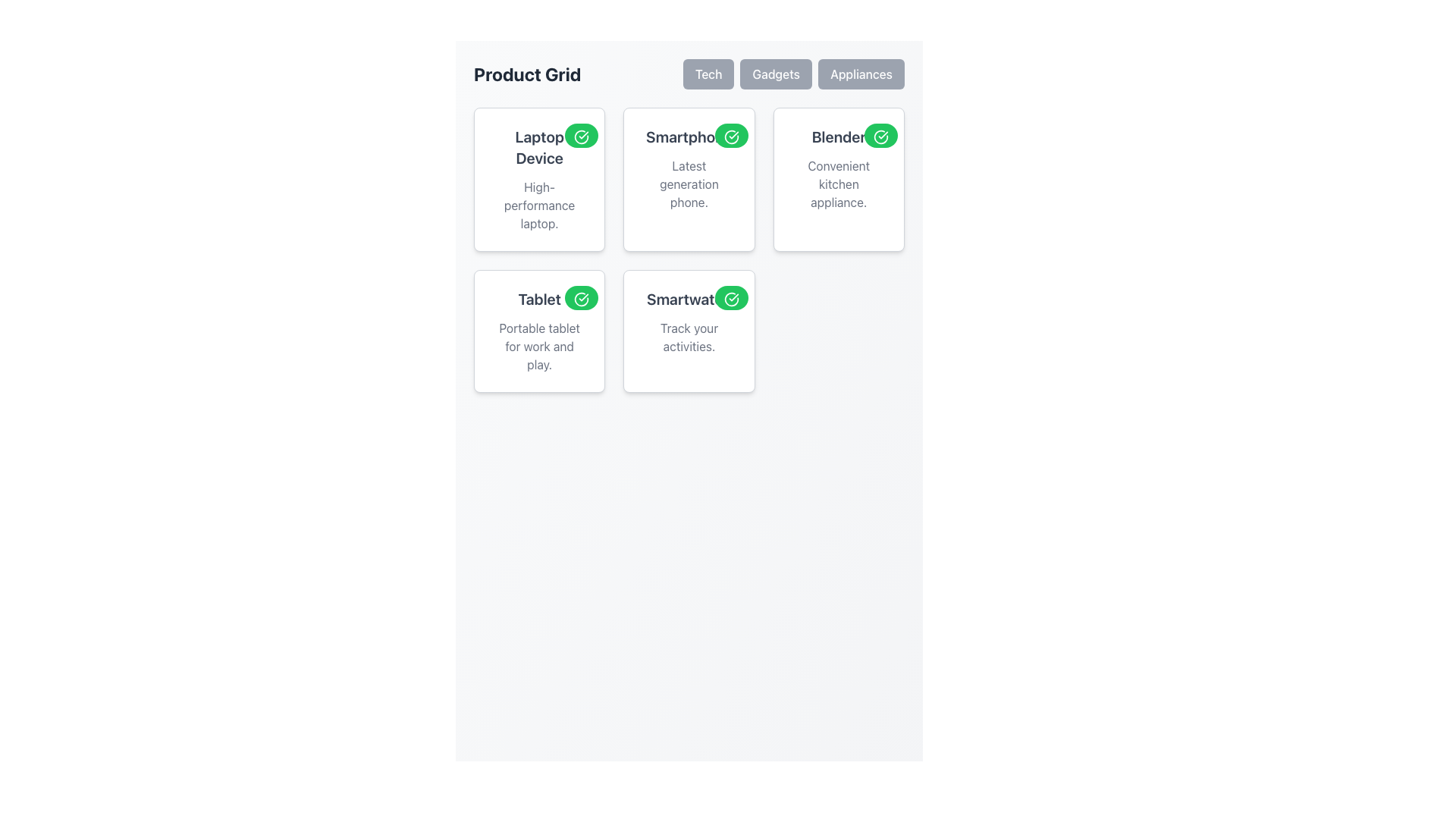 This screenshot has height=819, width=1456. What do you see at coordinates (688, 184) in the screenshot?
I see `the static text element providing a tagline for the item 'Smartphone', located below the title in the second card of a grid layout` at bounding box center [688, 184].